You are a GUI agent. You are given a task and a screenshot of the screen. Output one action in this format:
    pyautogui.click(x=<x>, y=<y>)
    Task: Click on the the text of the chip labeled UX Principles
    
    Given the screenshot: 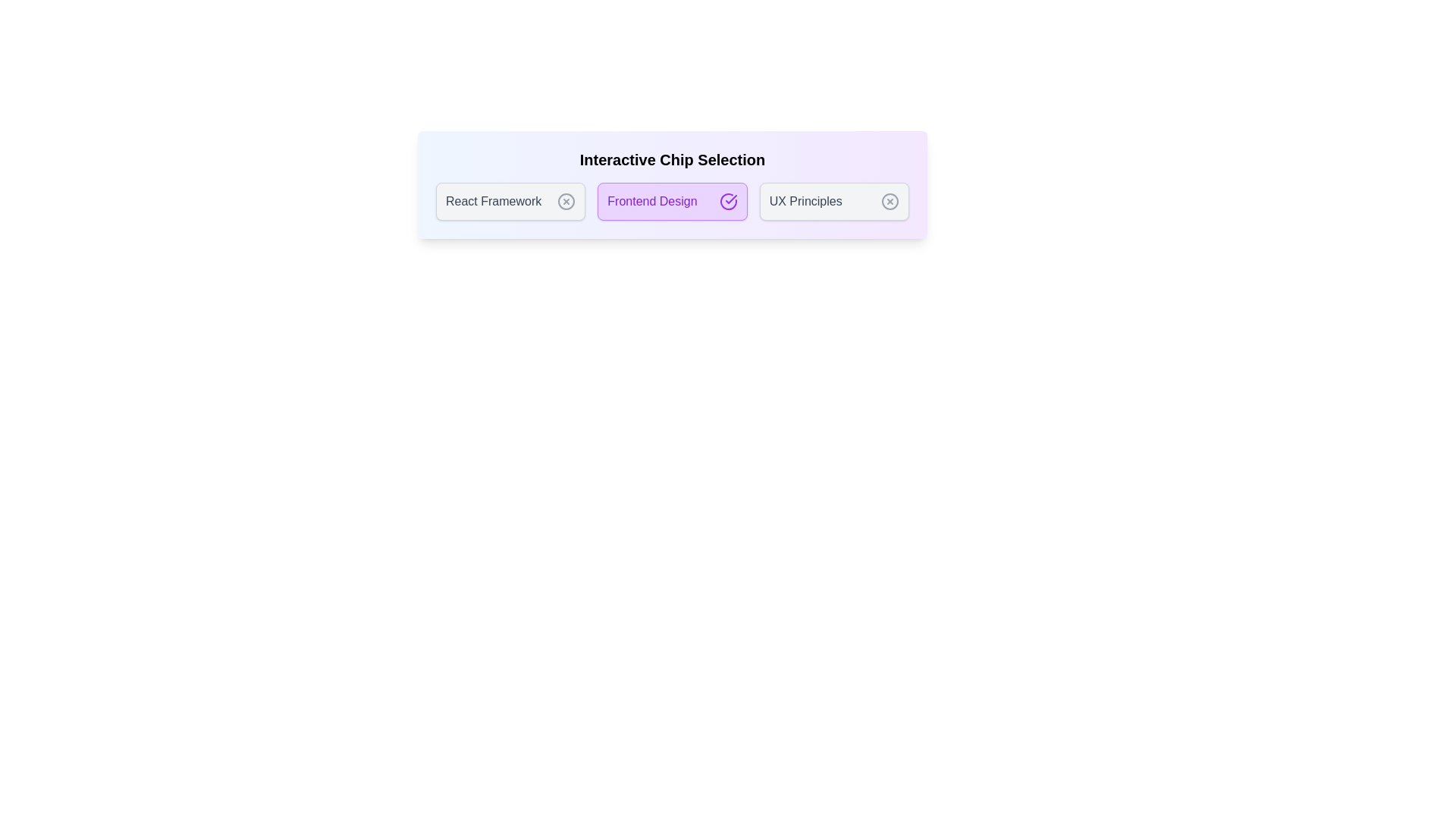 What is the action you would take?
    pyautogui.click(x=833, y=201)
    